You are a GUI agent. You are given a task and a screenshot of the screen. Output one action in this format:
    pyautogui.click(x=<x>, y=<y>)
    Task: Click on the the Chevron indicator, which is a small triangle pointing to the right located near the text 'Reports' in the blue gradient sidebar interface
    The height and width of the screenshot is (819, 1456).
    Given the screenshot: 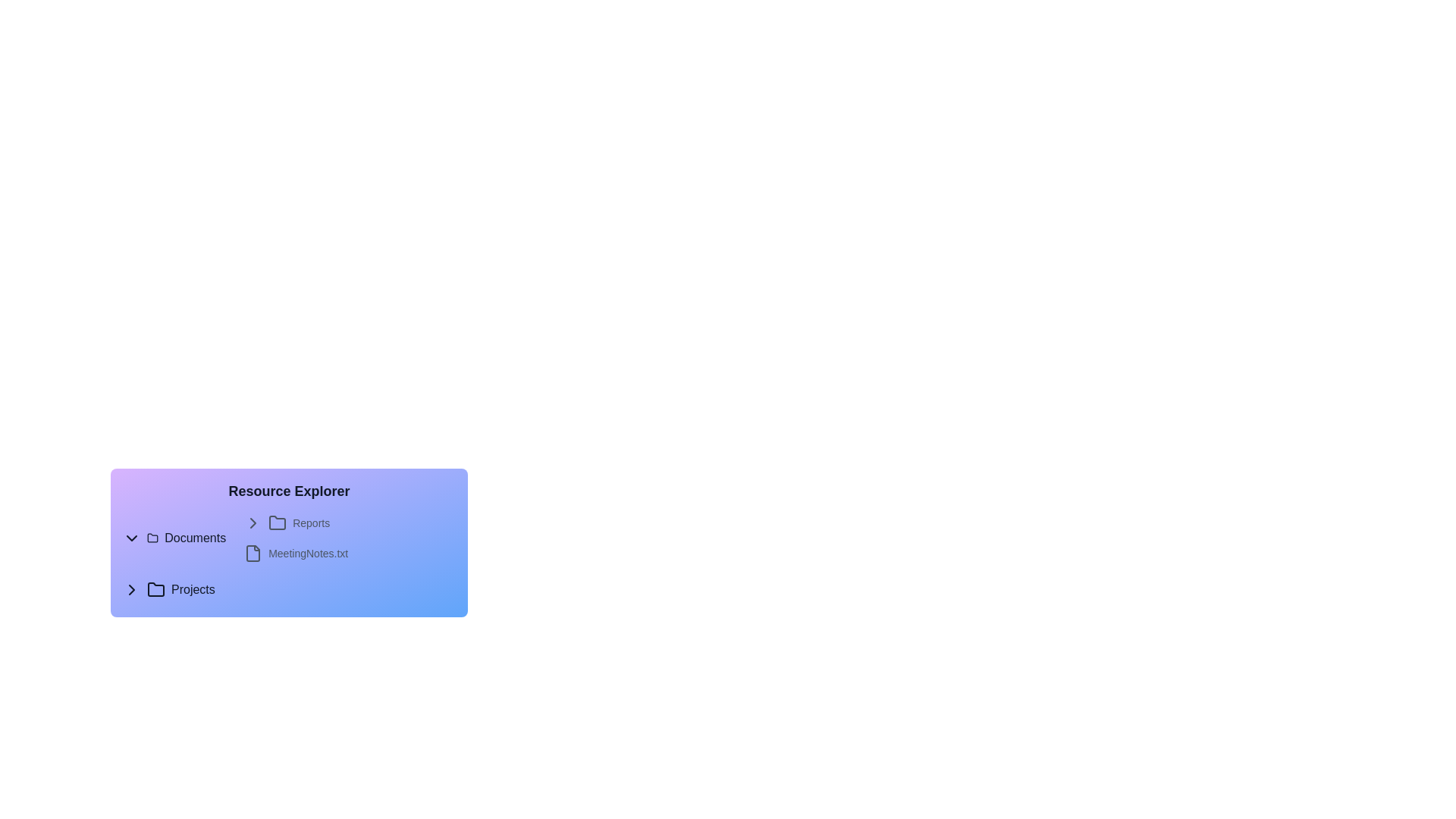 What is the action you would take?
    pyautogui.click(x=131, y=589)
    